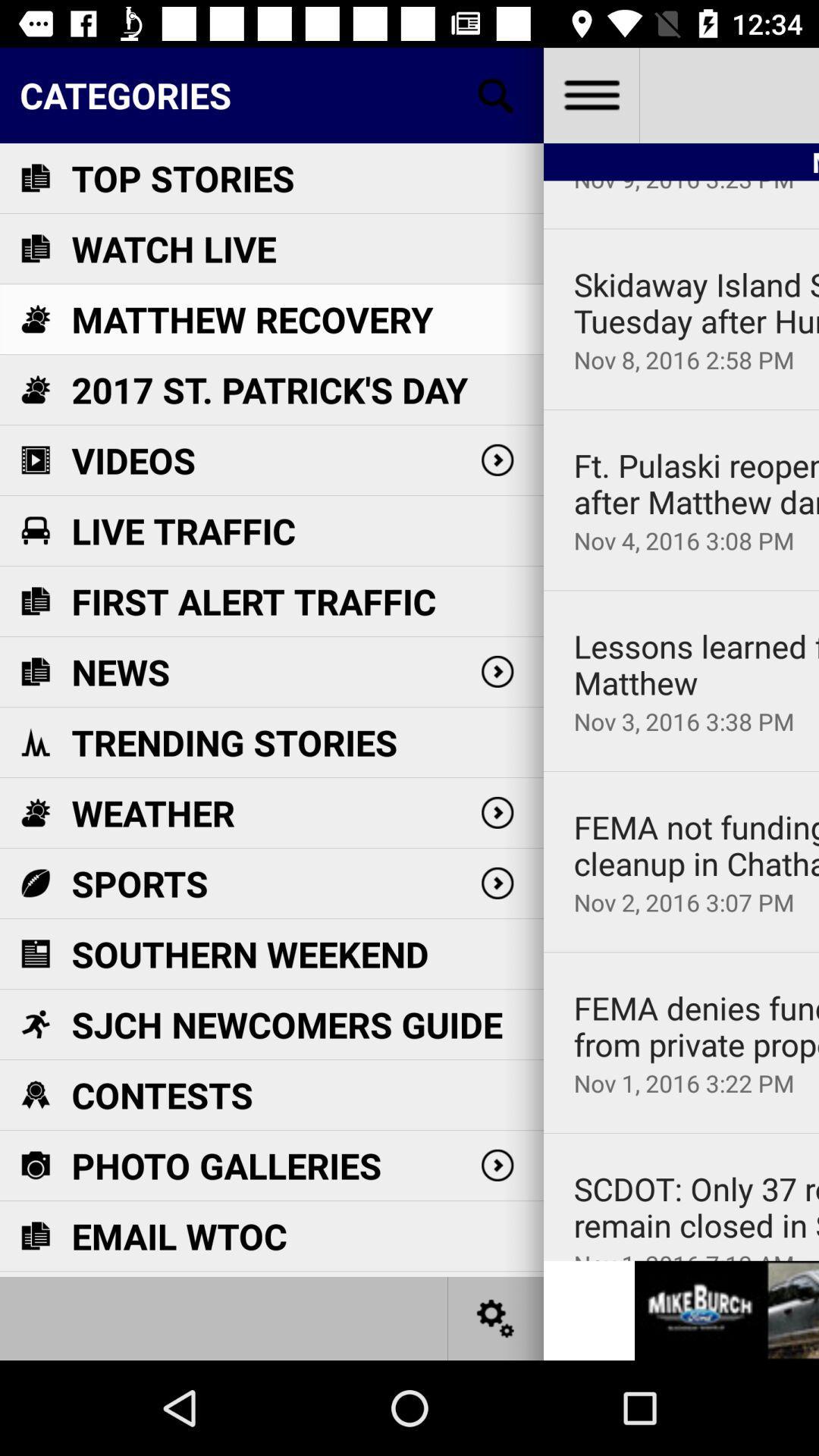  Describe the element at coordinates (496, 94) in the screenshot. I see `the search icon` at that location.